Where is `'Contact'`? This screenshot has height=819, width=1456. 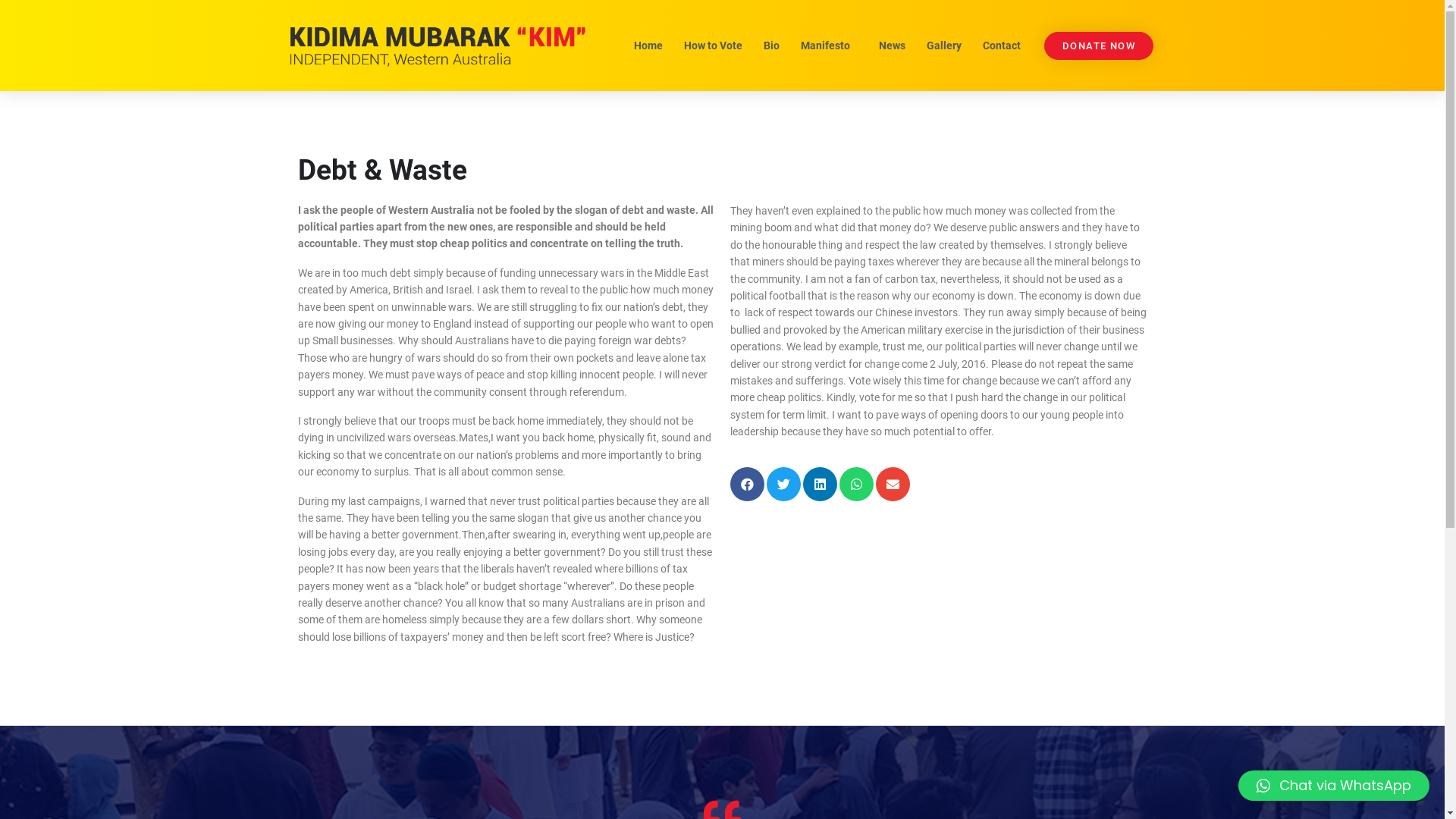
'Contact' is located at coordinates (973, 45).